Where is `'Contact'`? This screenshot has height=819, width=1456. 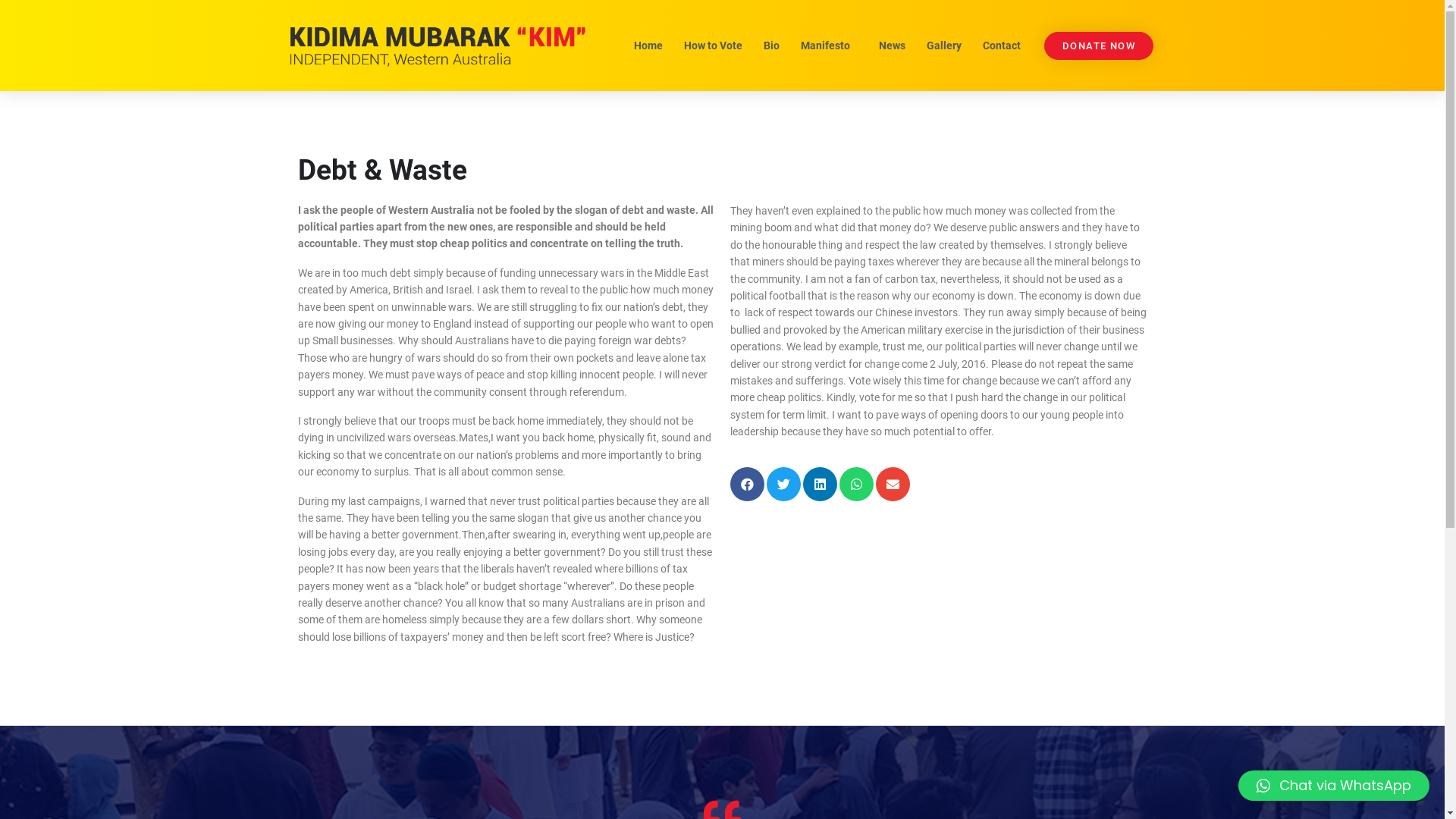
'Contact' is located at coordinates (973, 45).